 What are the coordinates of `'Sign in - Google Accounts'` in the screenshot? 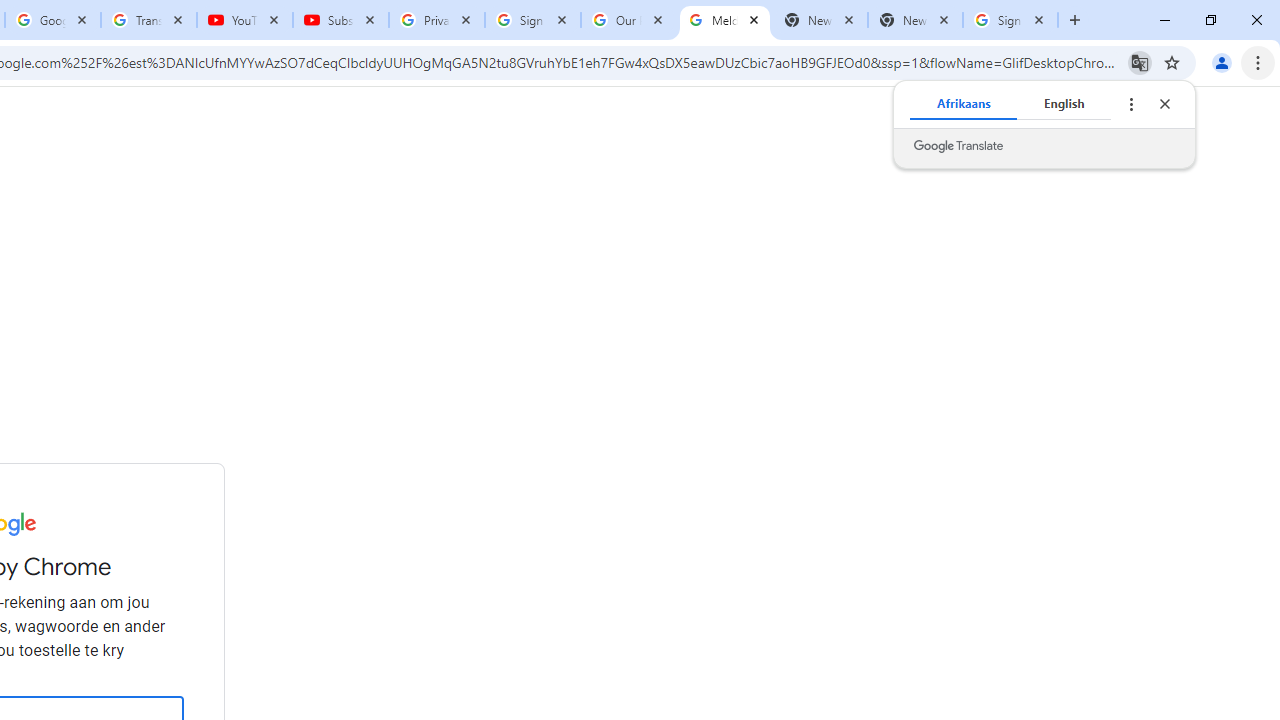 It's located at (533, 20).